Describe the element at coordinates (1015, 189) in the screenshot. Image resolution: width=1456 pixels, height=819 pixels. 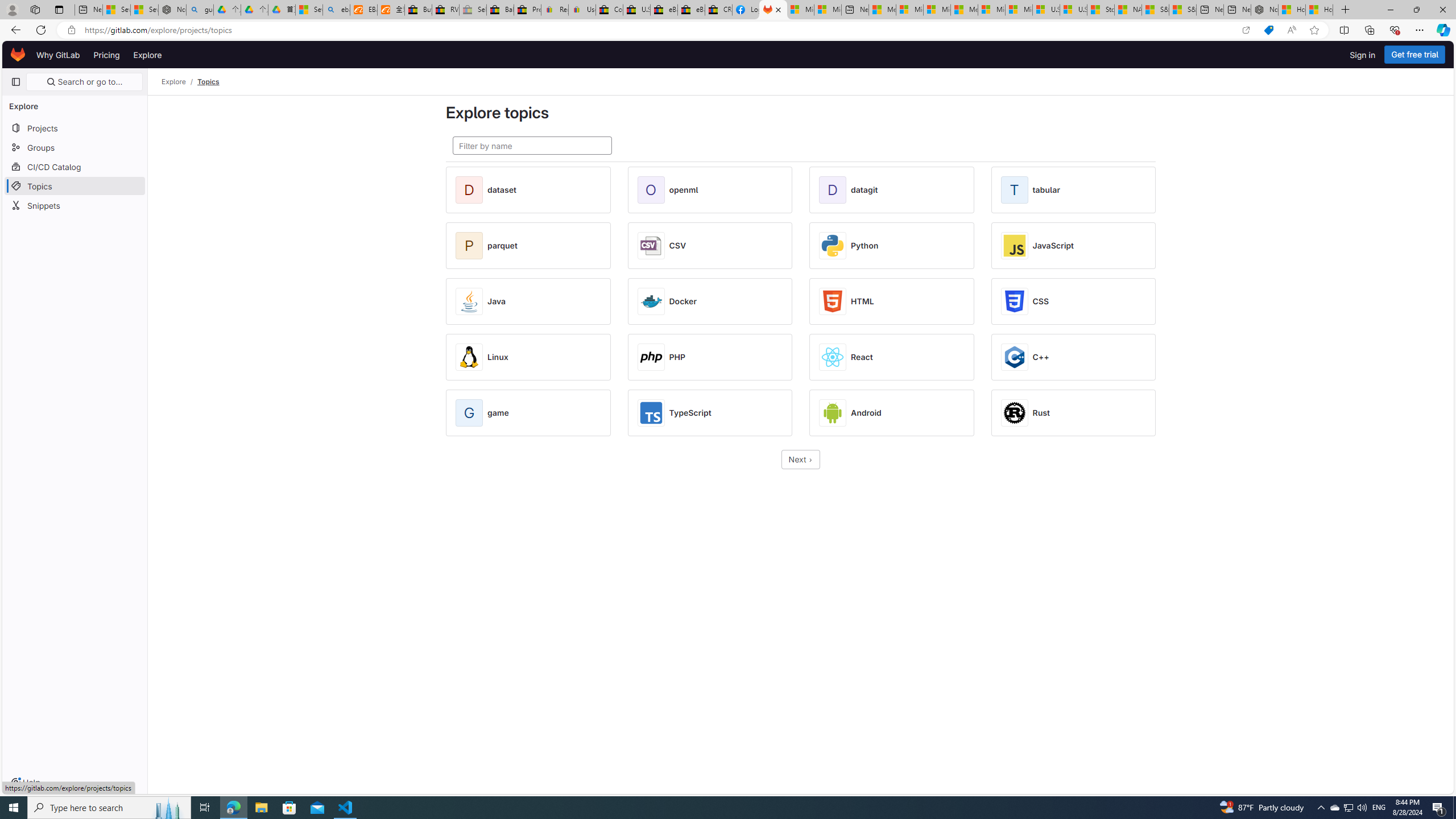
I see `'T'` at that location.